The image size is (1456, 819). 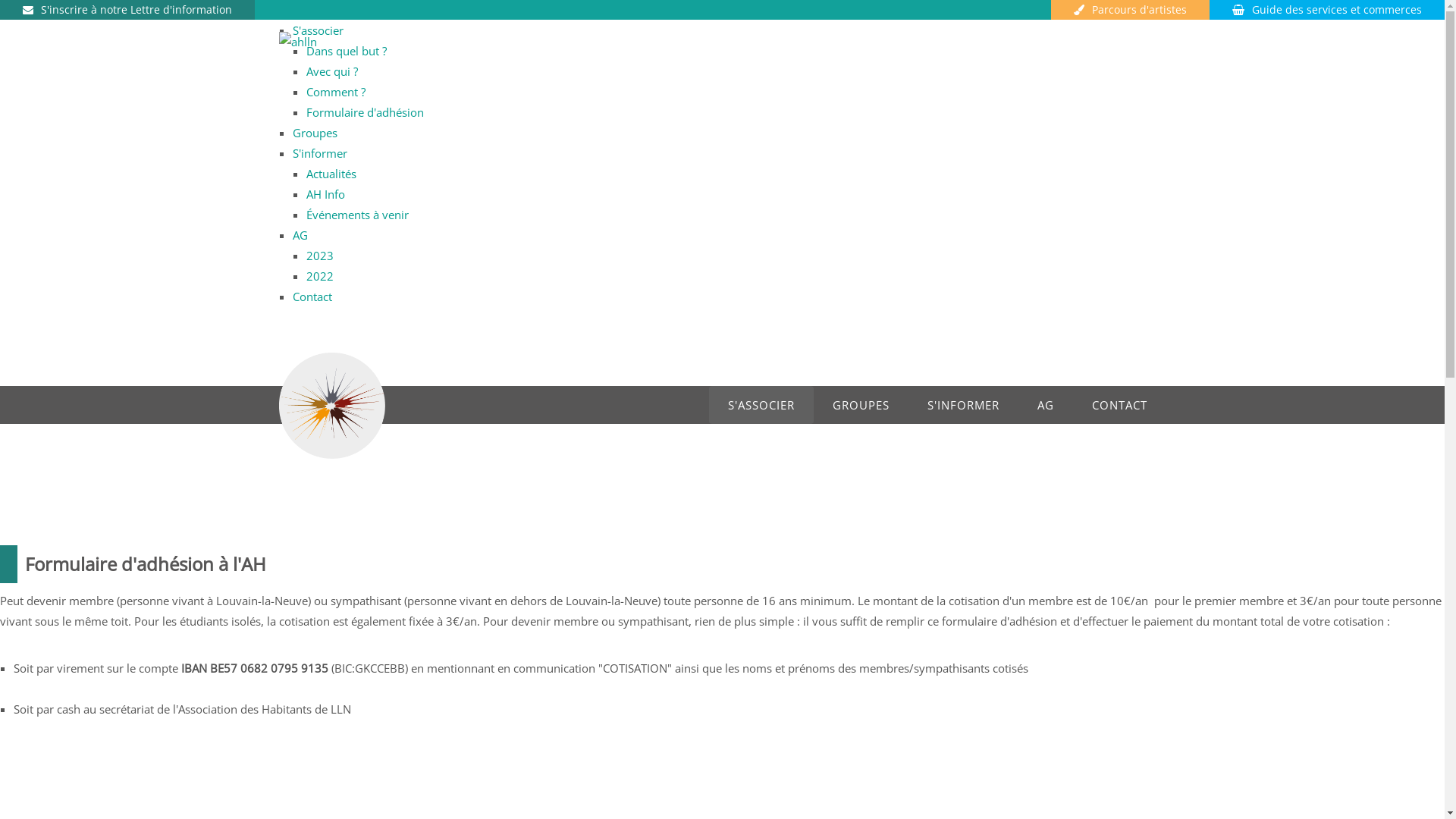 What do you see at coordinates (300, 234) in the screenshot?
I see `'AG'` at bounding box center [300, 234].